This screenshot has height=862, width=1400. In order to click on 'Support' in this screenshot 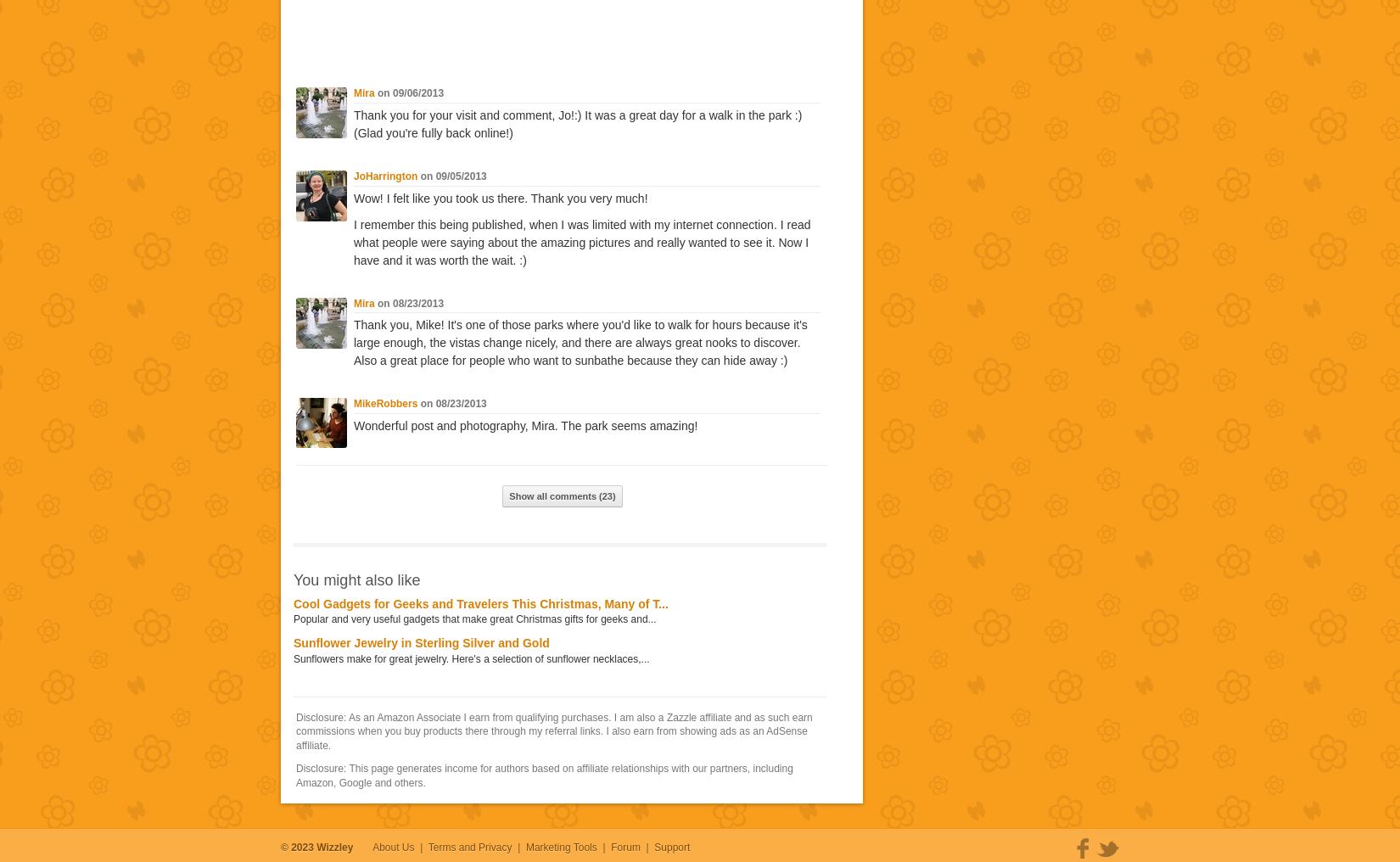, I will do `click(671, 847)`.